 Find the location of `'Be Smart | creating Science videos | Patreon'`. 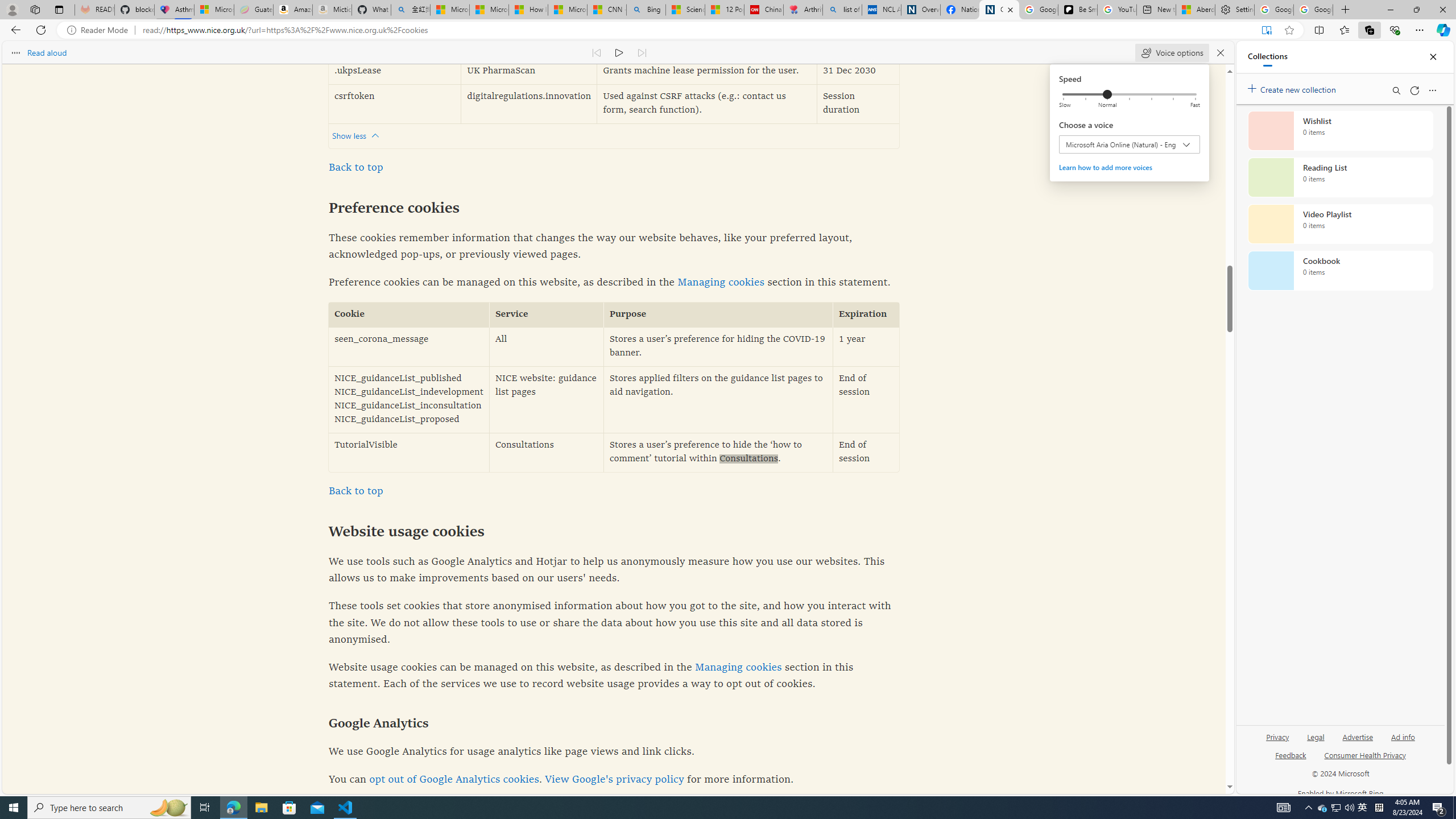

'Be Smart | creating Science videos | Patreon' is located at coordinates (1077, 9).